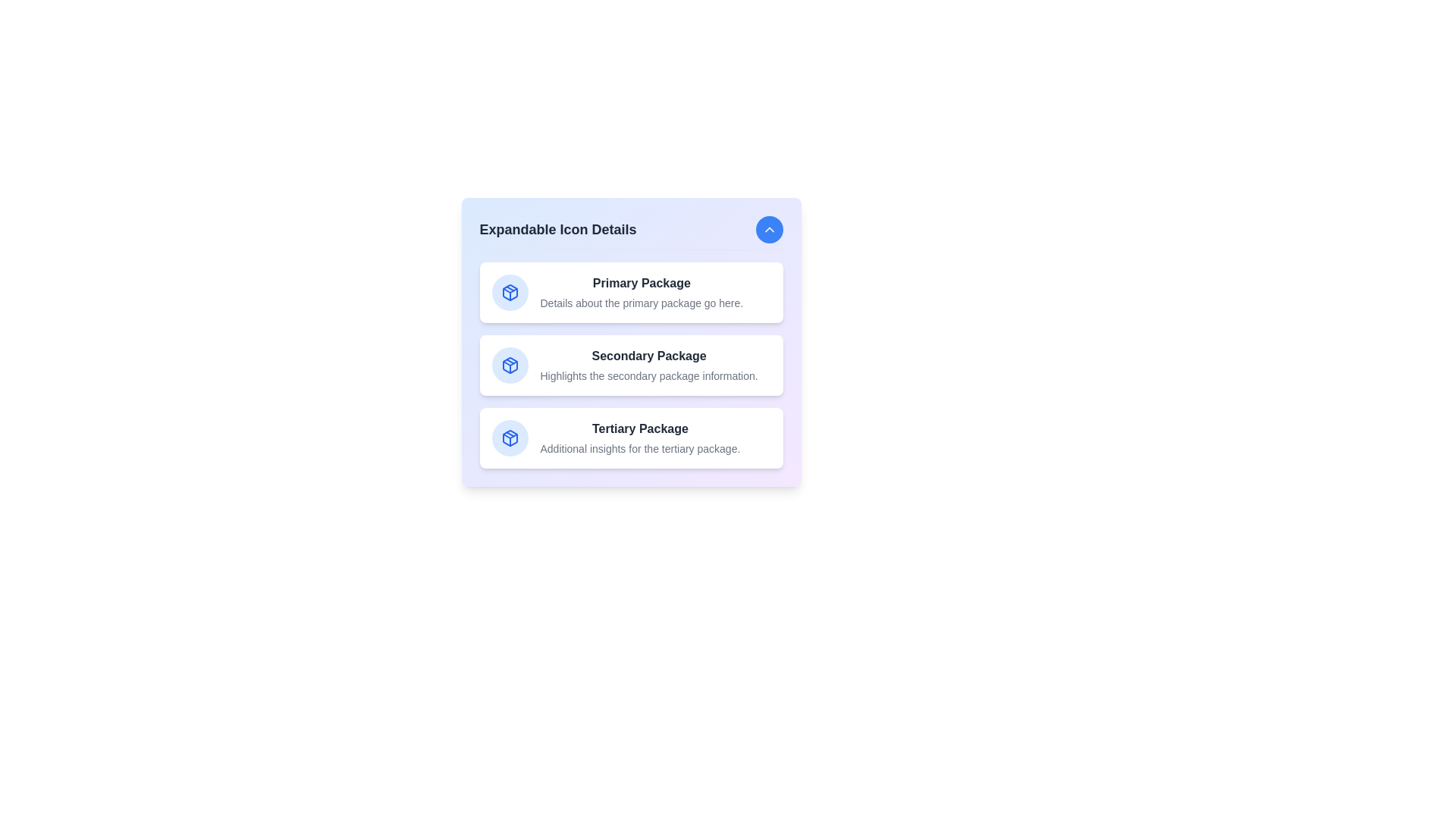 Image resolution: width=1456 pixels, height=819 pixels. What do you see at coordinates (631, 366) in the screenshot?
I see `the 'Secondary Package' block` at bounding box center [631, 366].